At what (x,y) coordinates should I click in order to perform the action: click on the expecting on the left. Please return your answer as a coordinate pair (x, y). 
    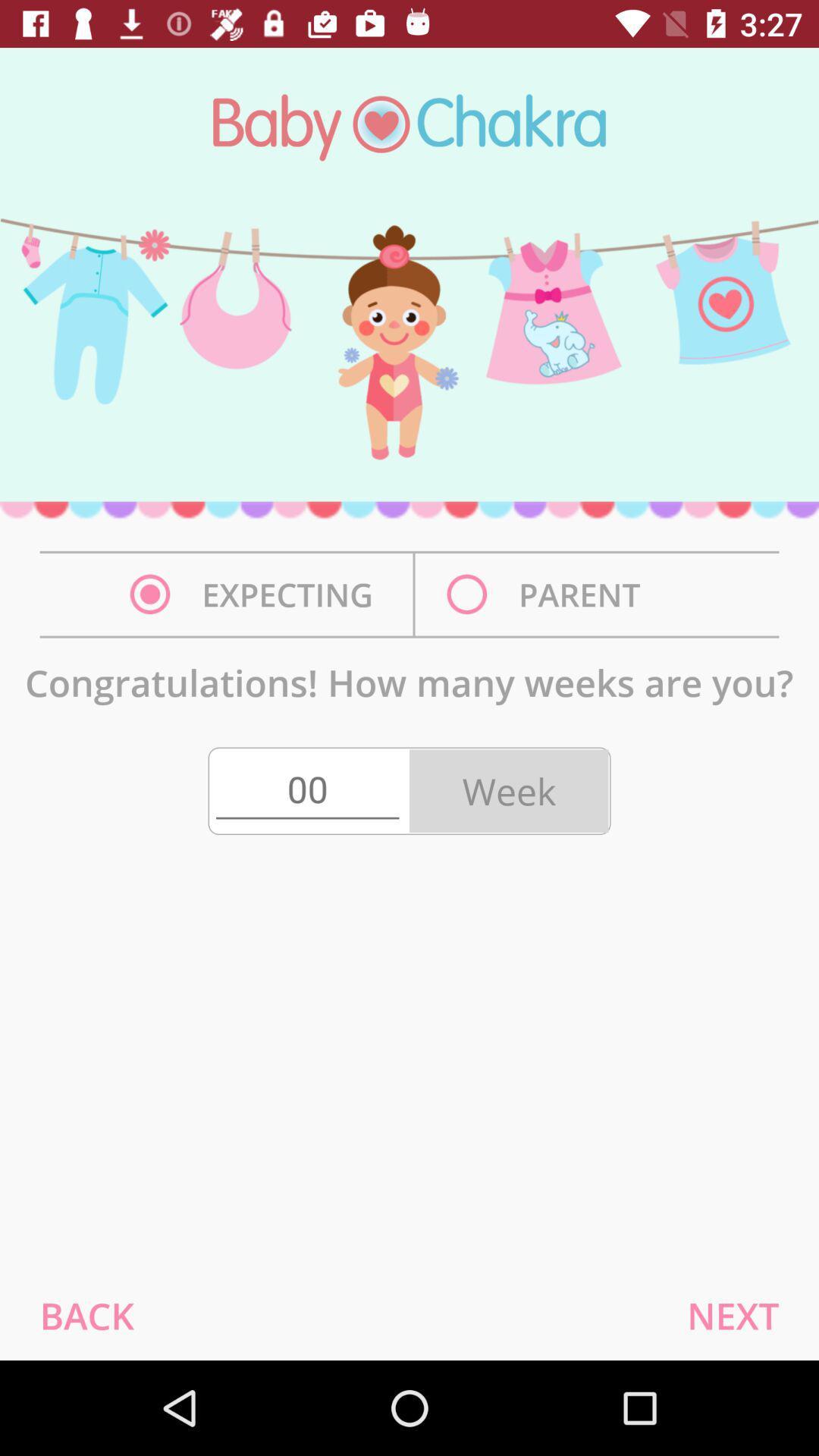
    Looking at the image, I should click on (255, 594).